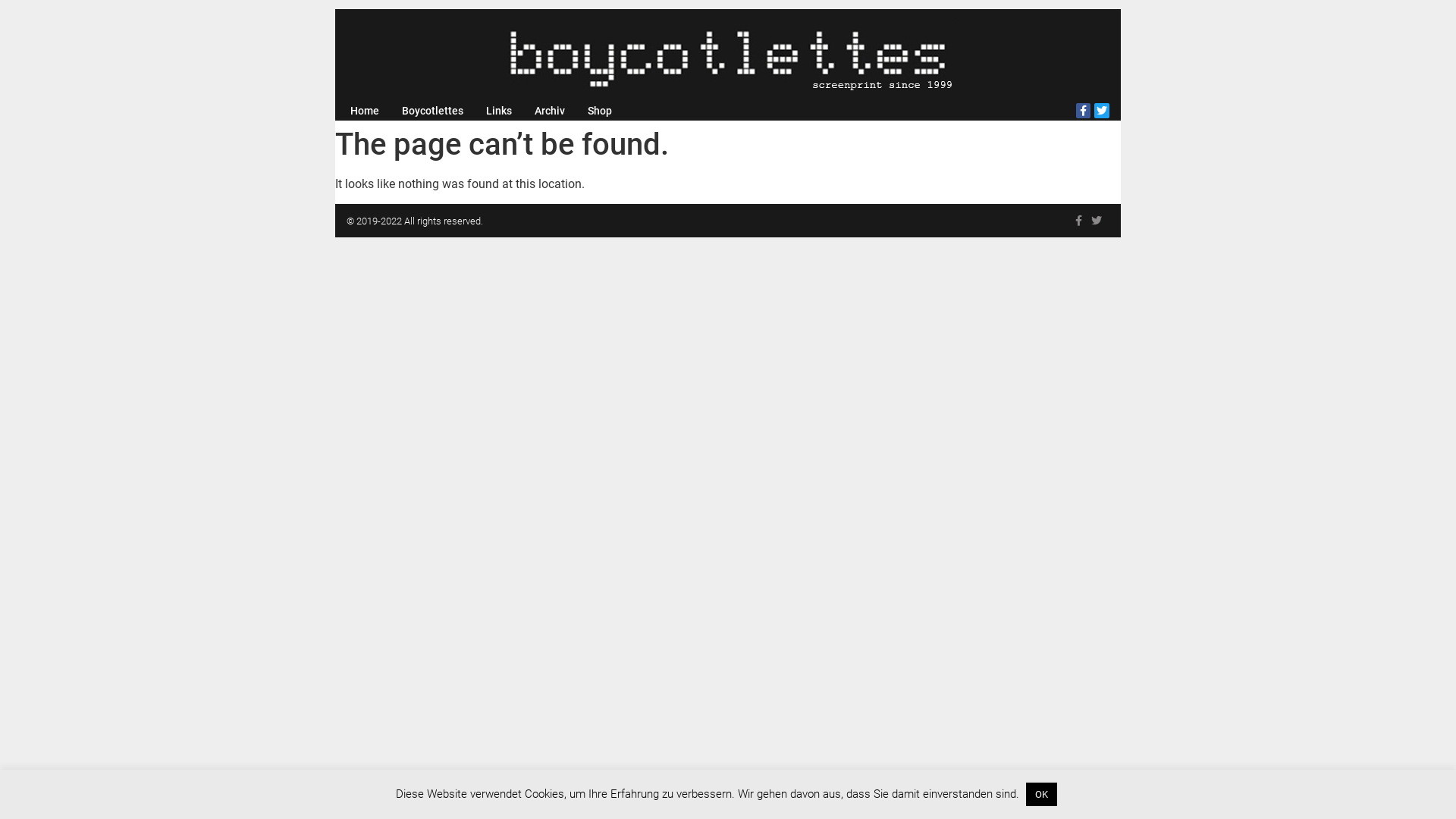  What do you see at coordinates (431, 110) in the screenshot?
I see `'Boycotlettes'` at bounding box center [431, 110].